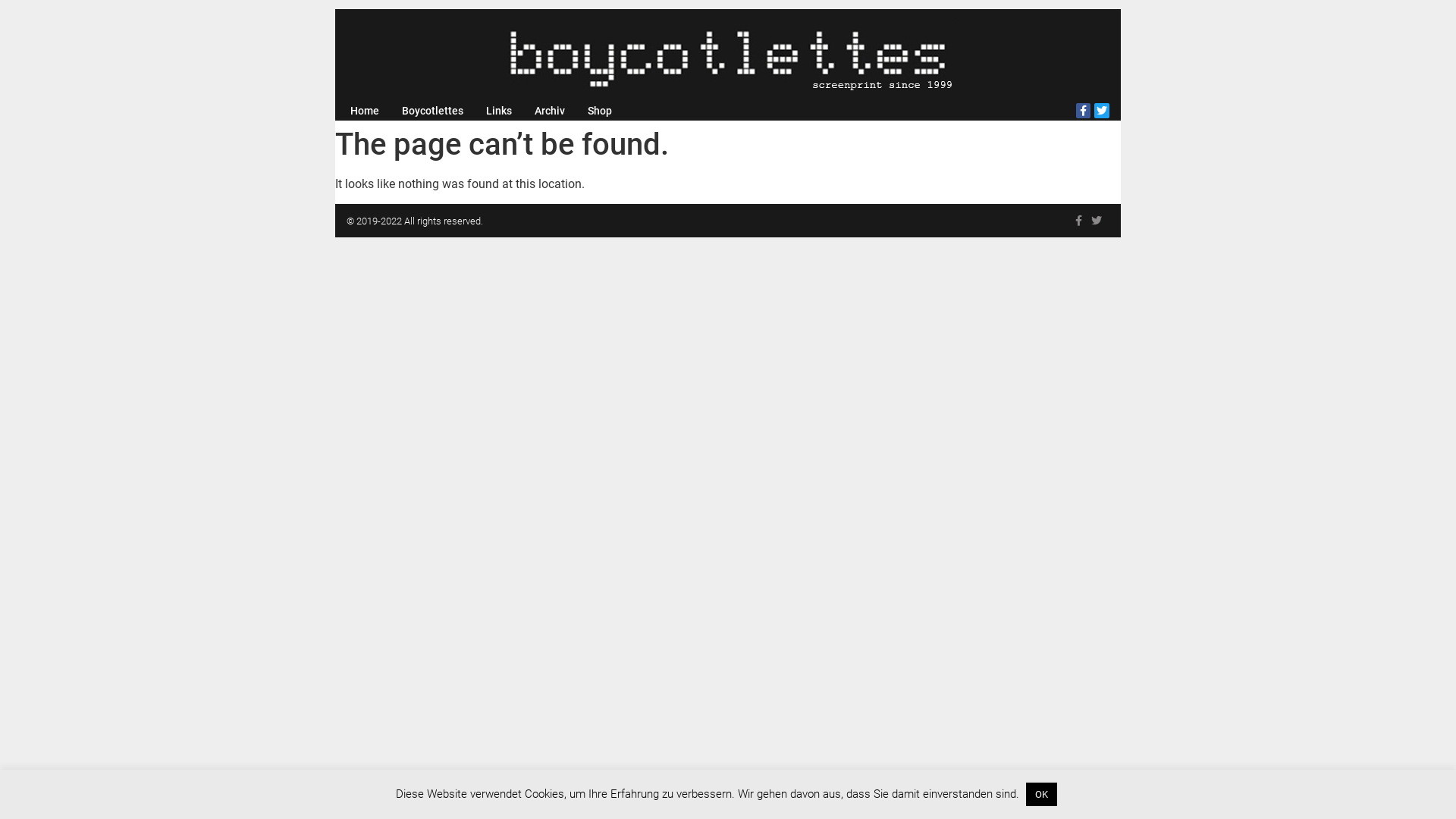  What do you see at coordinates (431, 110) in the screenshot?
I see `'Boycotlettes'` at bounding box center [431, 110].